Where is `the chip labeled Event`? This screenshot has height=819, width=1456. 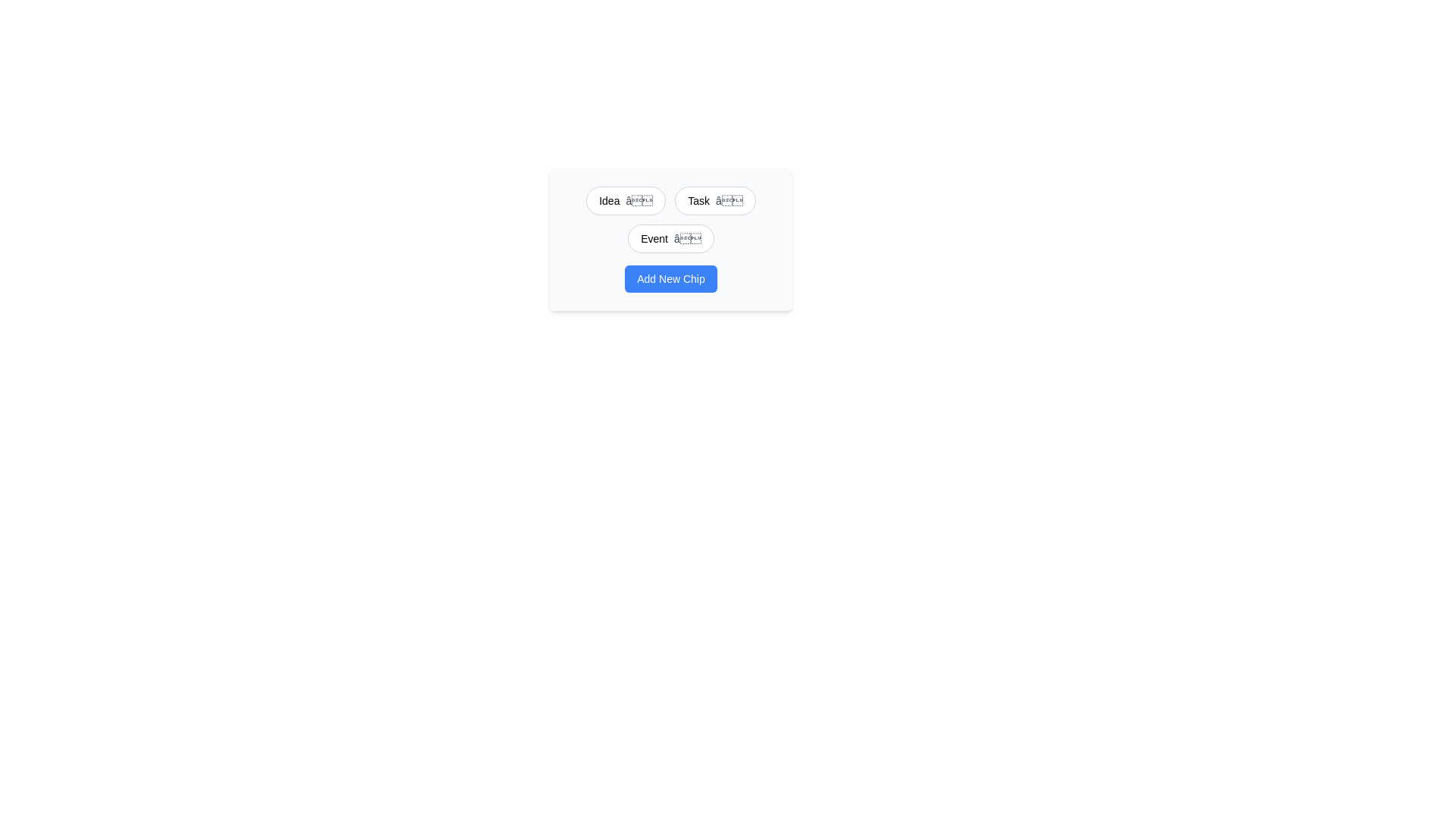
the chip labeled Event is located at coordinates (654, 239).